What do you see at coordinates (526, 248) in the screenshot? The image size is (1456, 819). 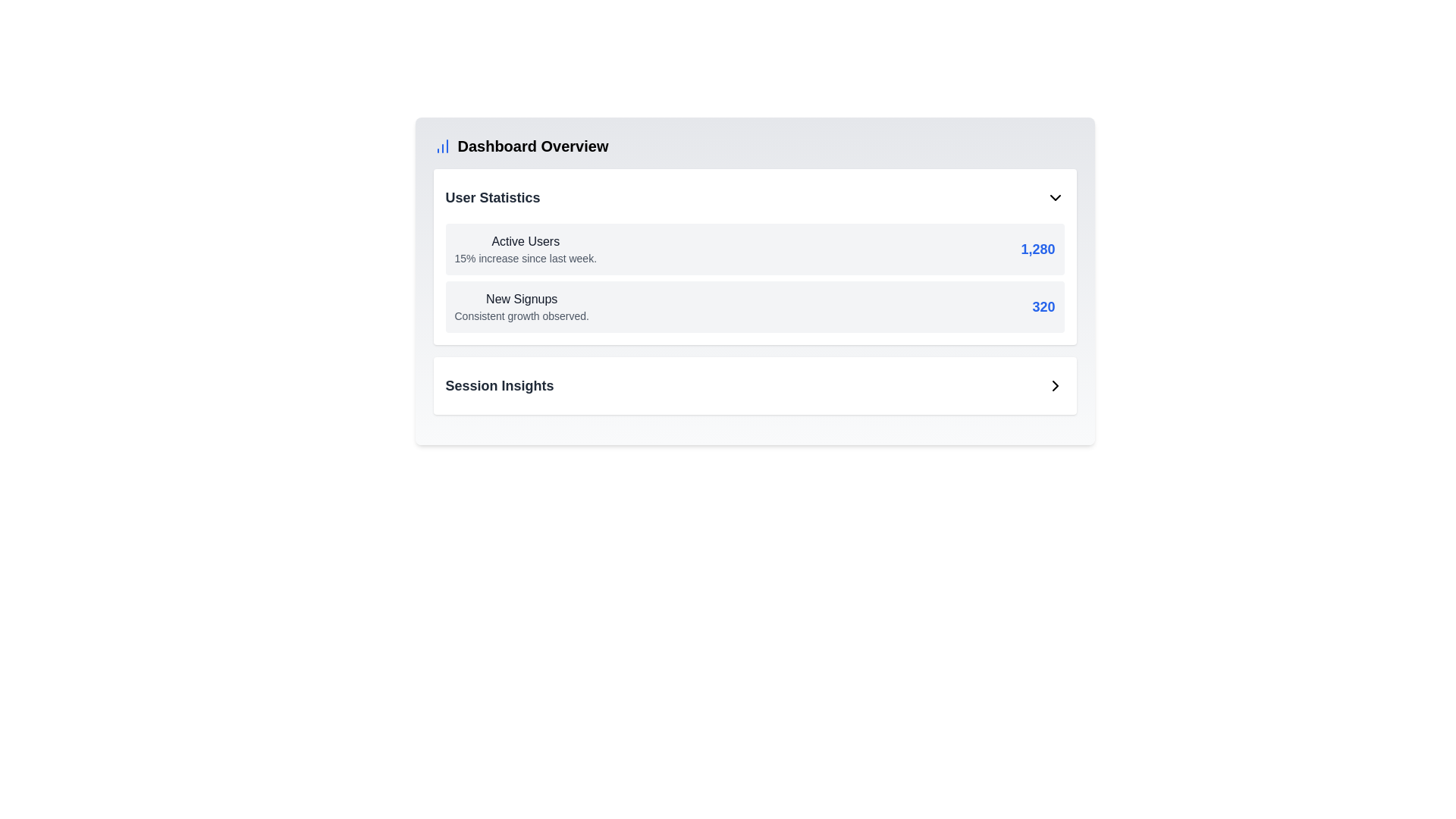 I see `the text block displaying 'Active Users' with the subtitle '15% increase since last week.' located in the top left portion of the dashboard interface` at bounding box center [526, 248].